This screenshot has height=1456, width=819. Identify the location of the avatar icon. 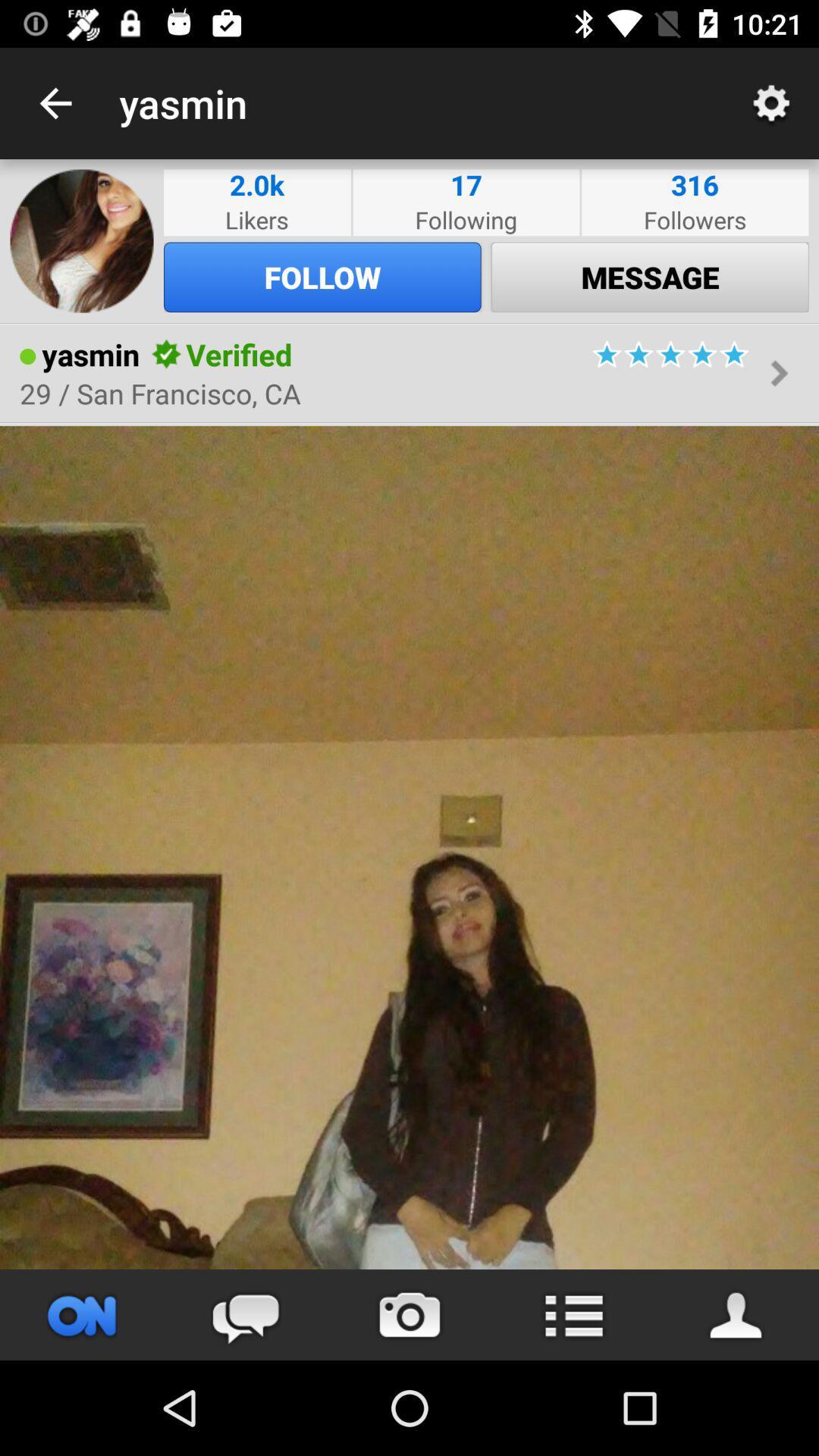
(736, 1314).